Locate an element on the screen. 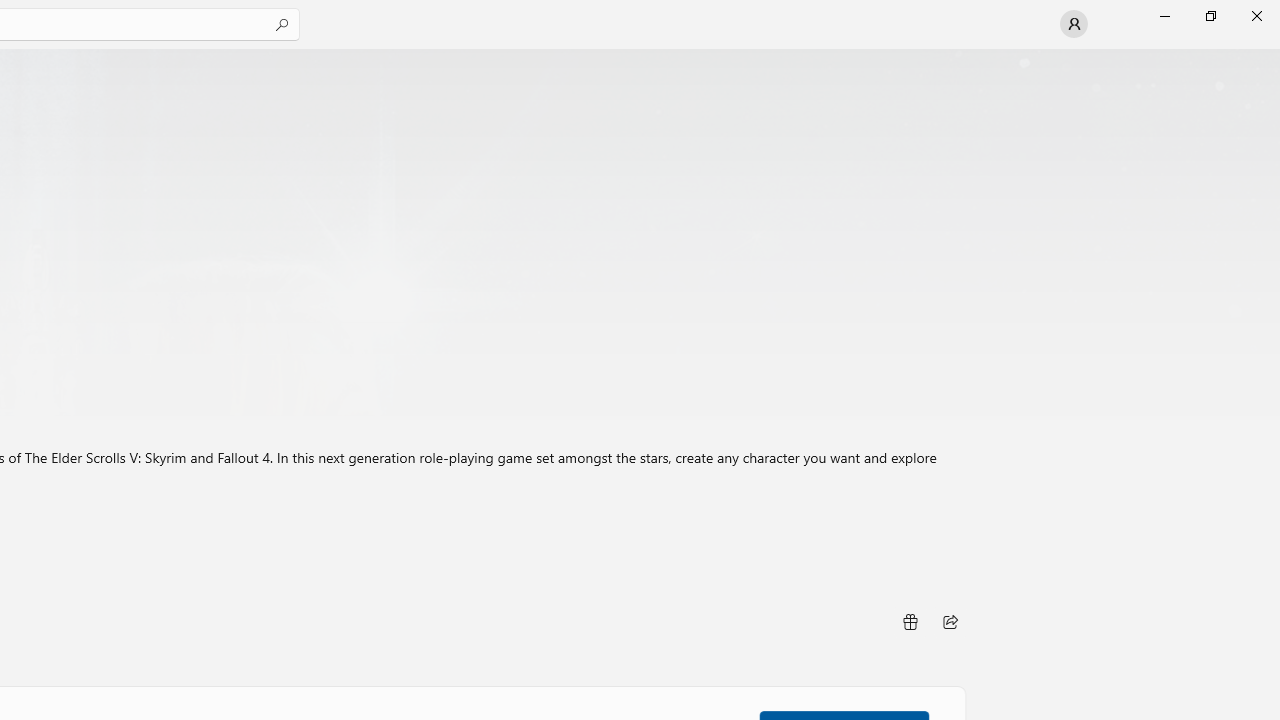 The height and width of the screenshot is (720, 1280). 'Buy as gift' is located at coordinates (908, 621).